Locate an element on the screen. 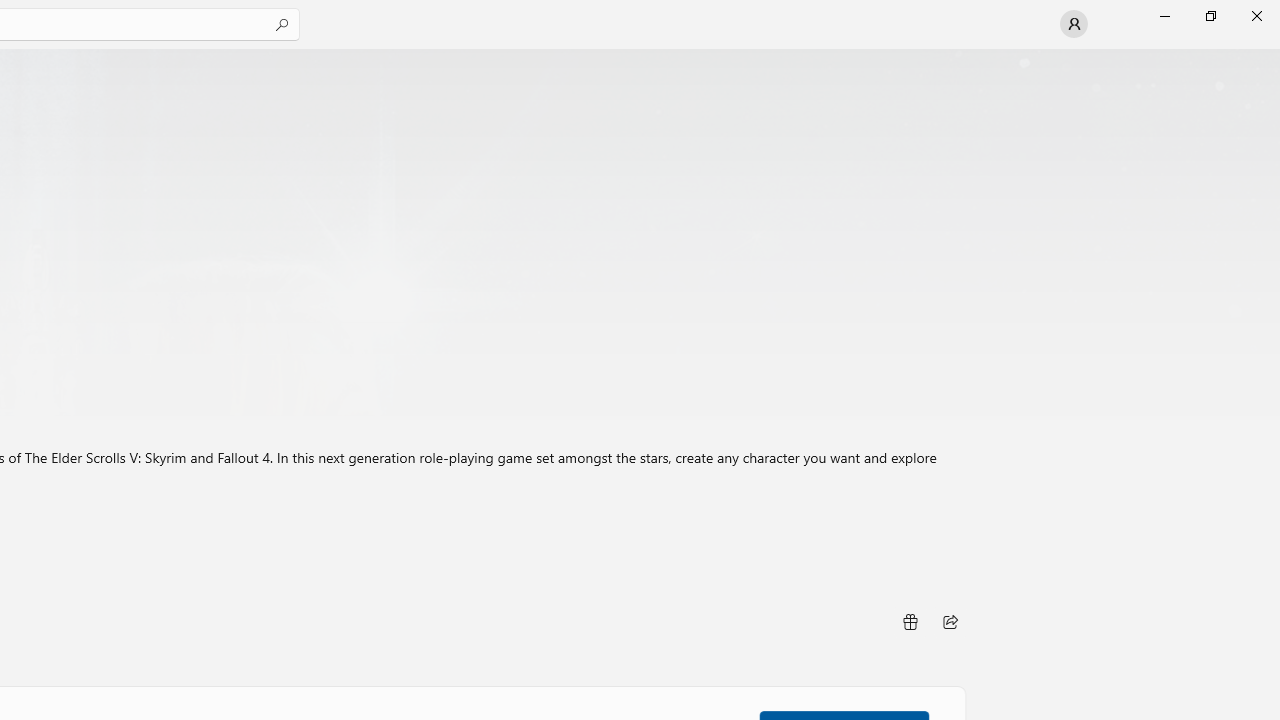 The height and width of the screenshot is (720, 1280). 'Buy as gift' is located at coordinates (908, 621).